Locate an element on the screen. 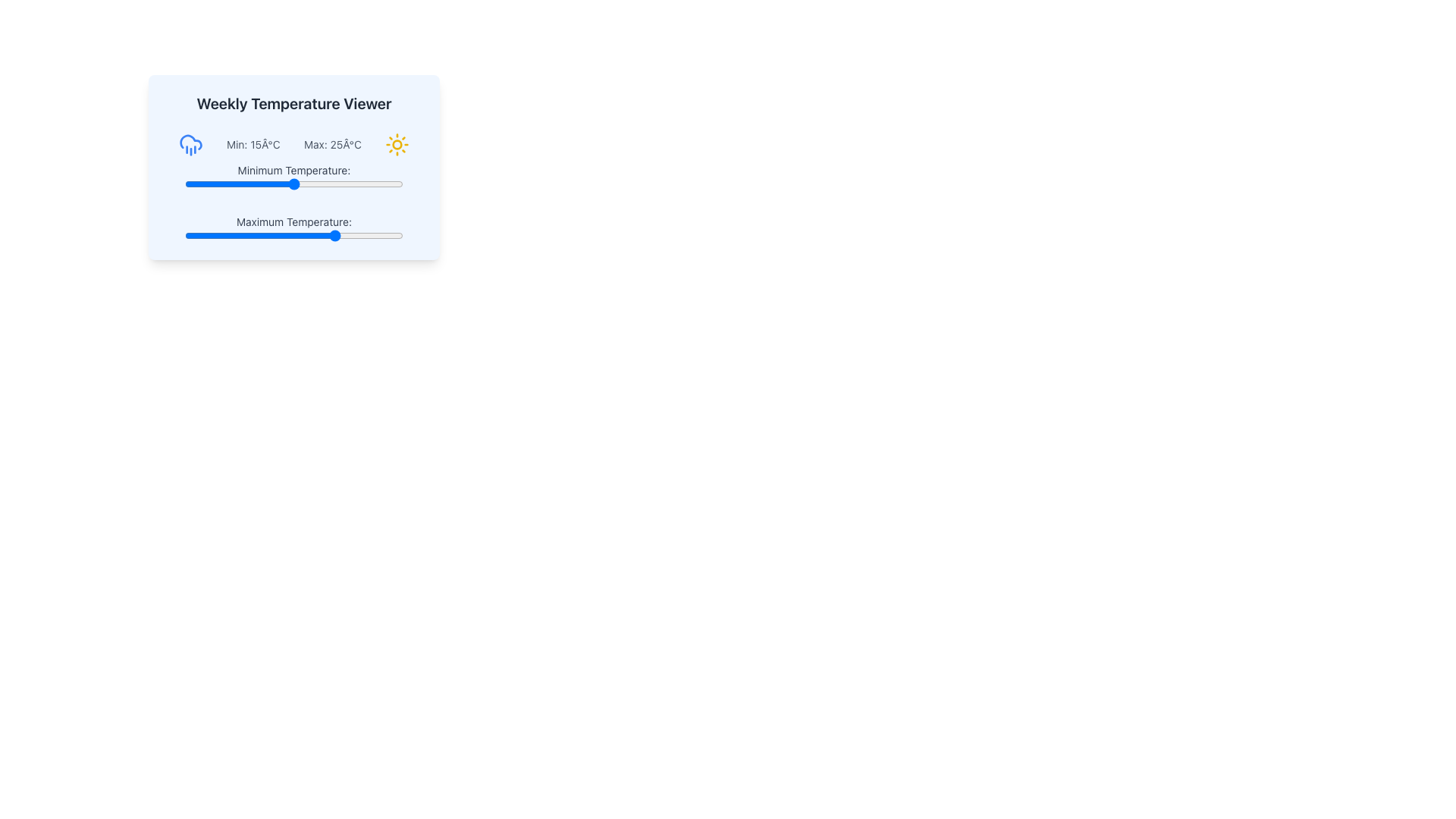  the maximum temperature is located at coordinates (303, 236).